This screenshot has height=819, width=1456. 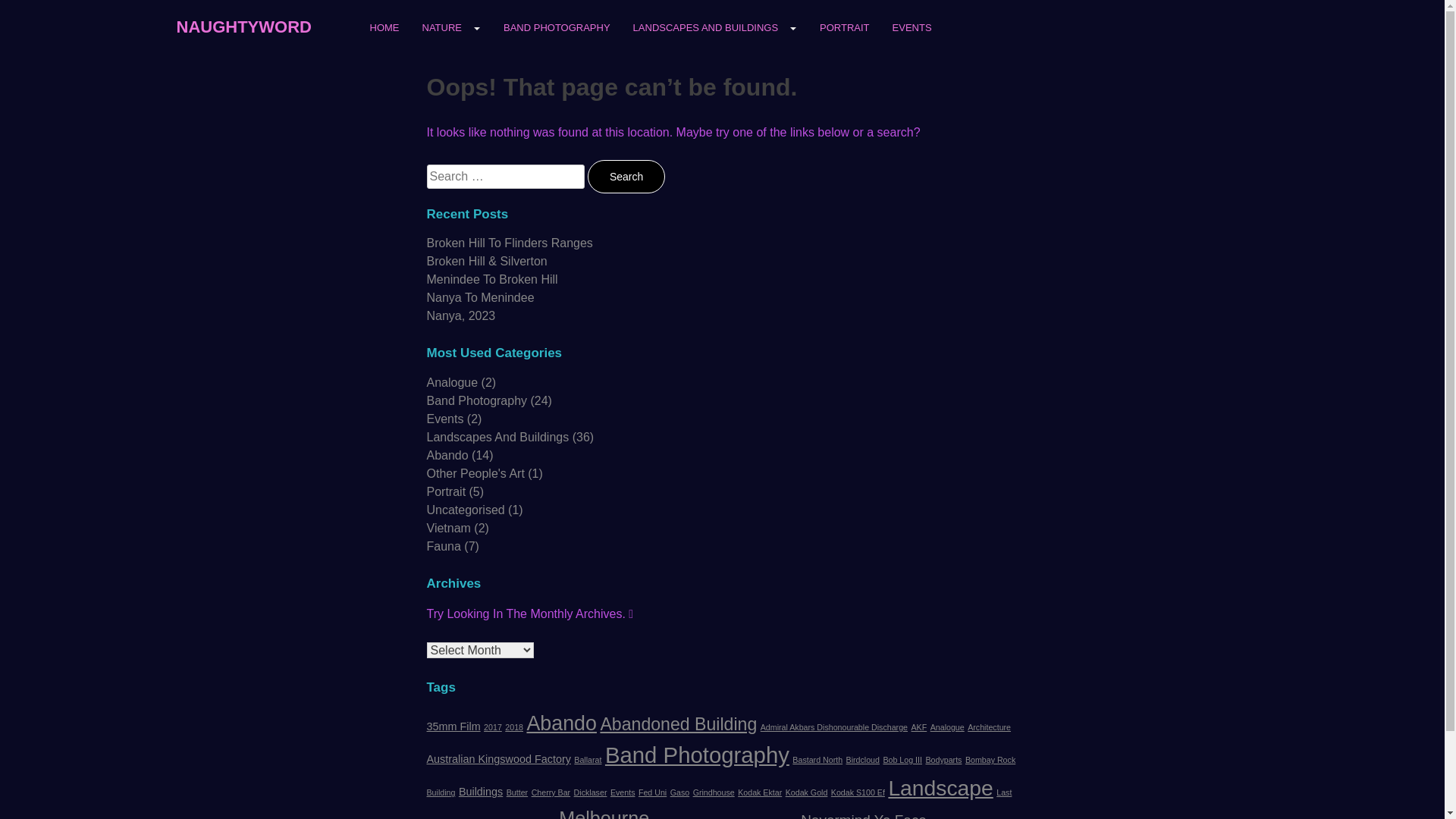 What do you see at coordinates (586, 760) in the screenshot?
I see `'Ballarat'` at bounding box center [586, 760].